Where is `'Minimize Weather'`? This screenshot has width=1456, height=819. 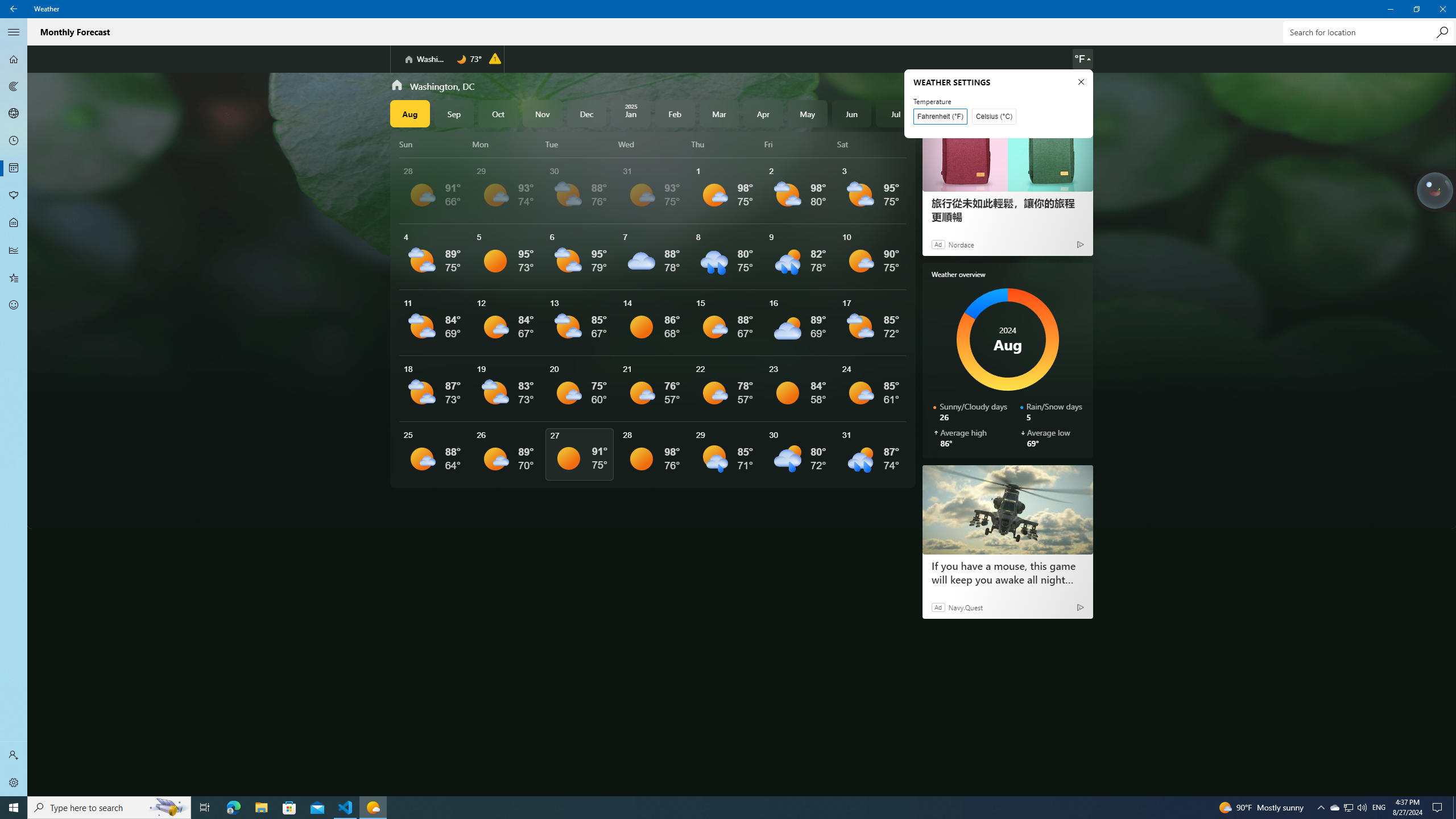 'Minimize Weather' is located at coordinates (1389, 9).